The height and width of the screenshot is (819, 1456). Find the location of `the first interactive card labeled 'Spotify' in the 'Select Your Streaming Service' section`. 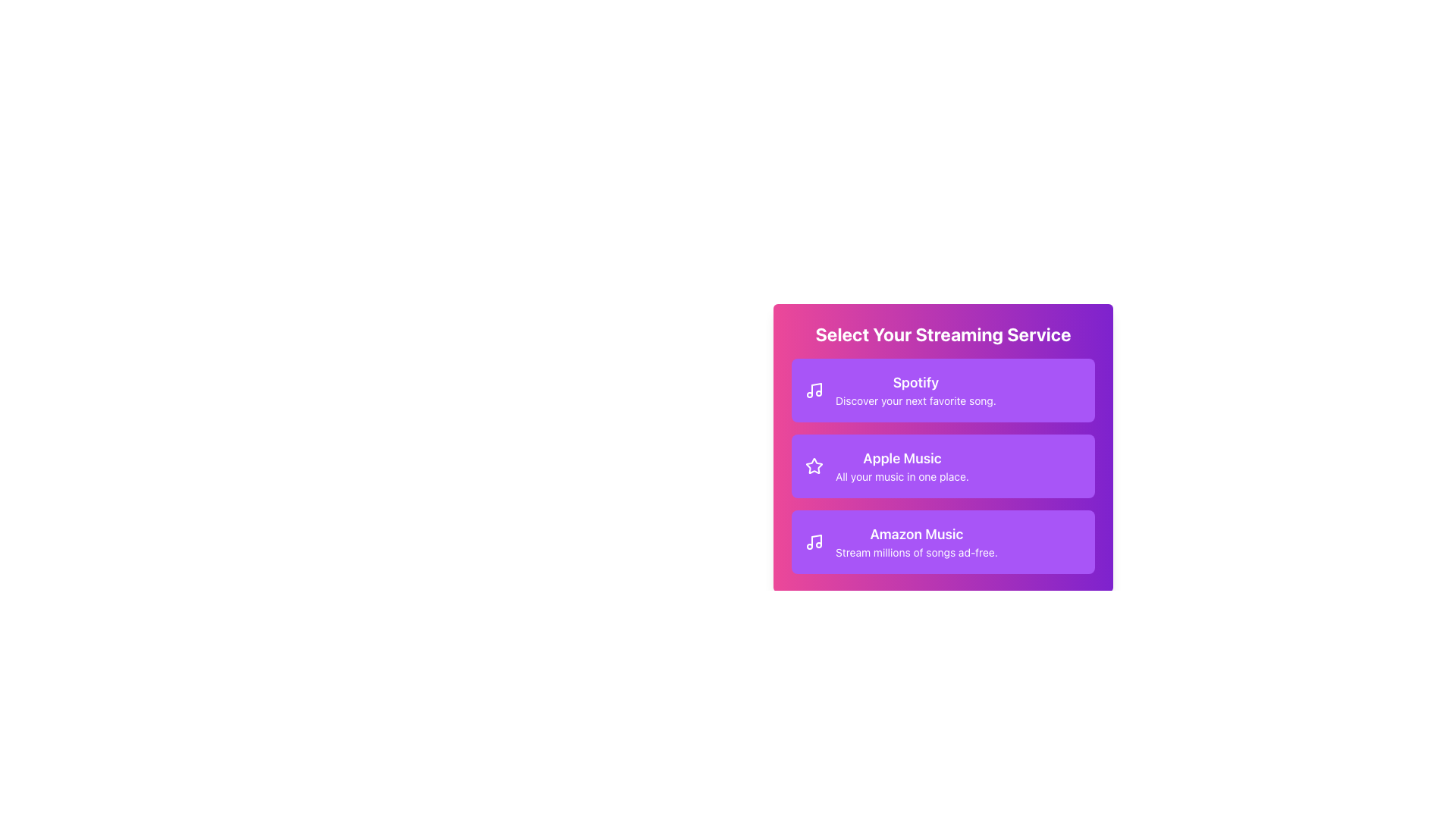

the first interactive card labeled 'Spotify' in the 'Select Your Streaming Service' section is located at coordinates (942, 390).